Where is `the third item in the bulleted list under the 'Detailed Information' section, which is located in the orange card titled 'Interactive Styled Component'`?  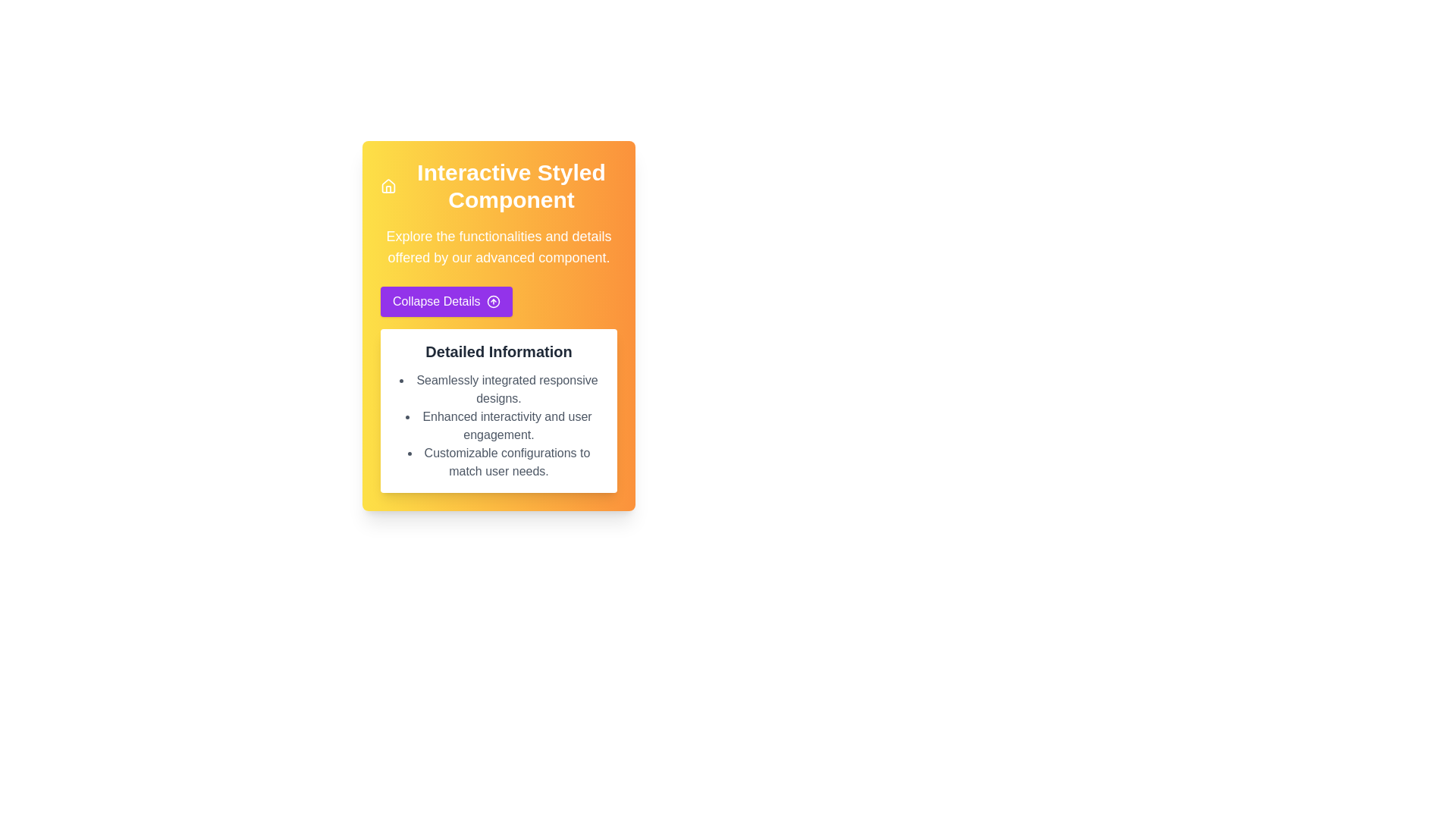 the third item in the bulleted list under the 'Detailed Information' section, which is located in the orange card titled 'Interactive Styled Component' is located at coordinates (498, 461).